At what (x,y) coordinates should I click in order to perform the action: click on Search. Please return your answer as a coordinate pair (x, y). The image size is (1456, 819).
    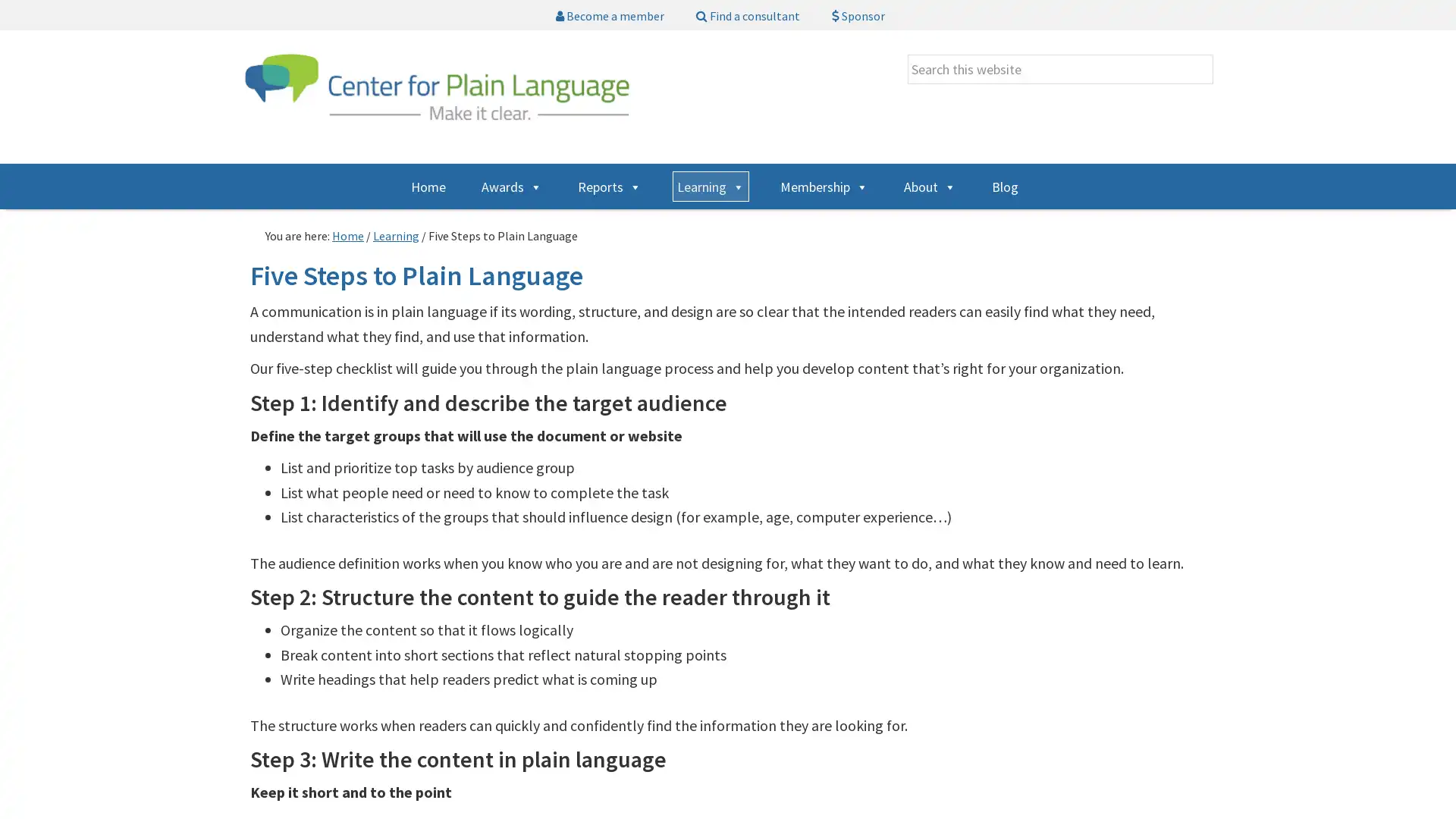
    Looking at the image, I should click on (1212, 53).